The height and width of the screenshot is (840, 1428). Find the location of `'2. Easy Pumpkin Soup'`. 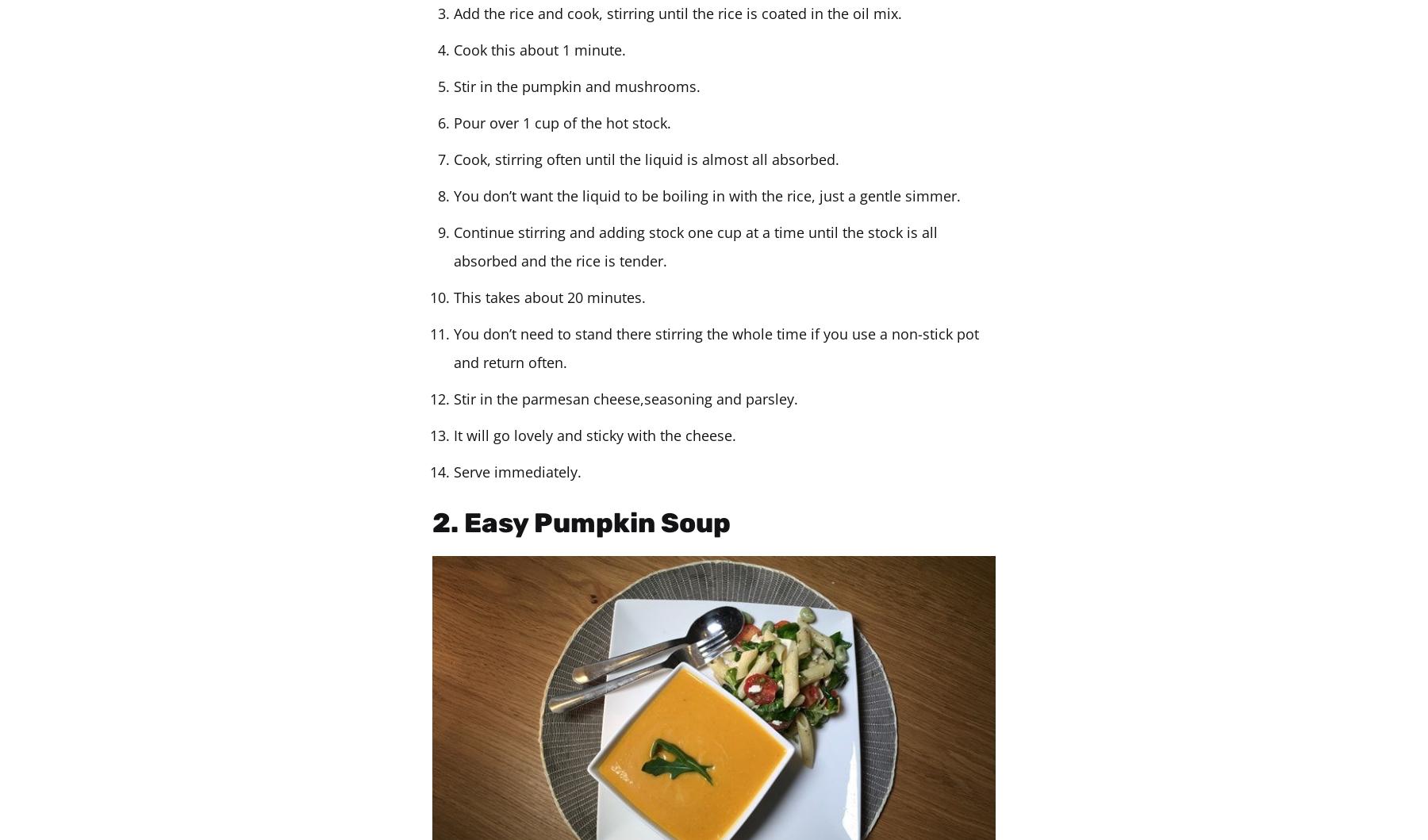

'2. Easy Pumpkin Soup' is located at coordinates (580, 523).